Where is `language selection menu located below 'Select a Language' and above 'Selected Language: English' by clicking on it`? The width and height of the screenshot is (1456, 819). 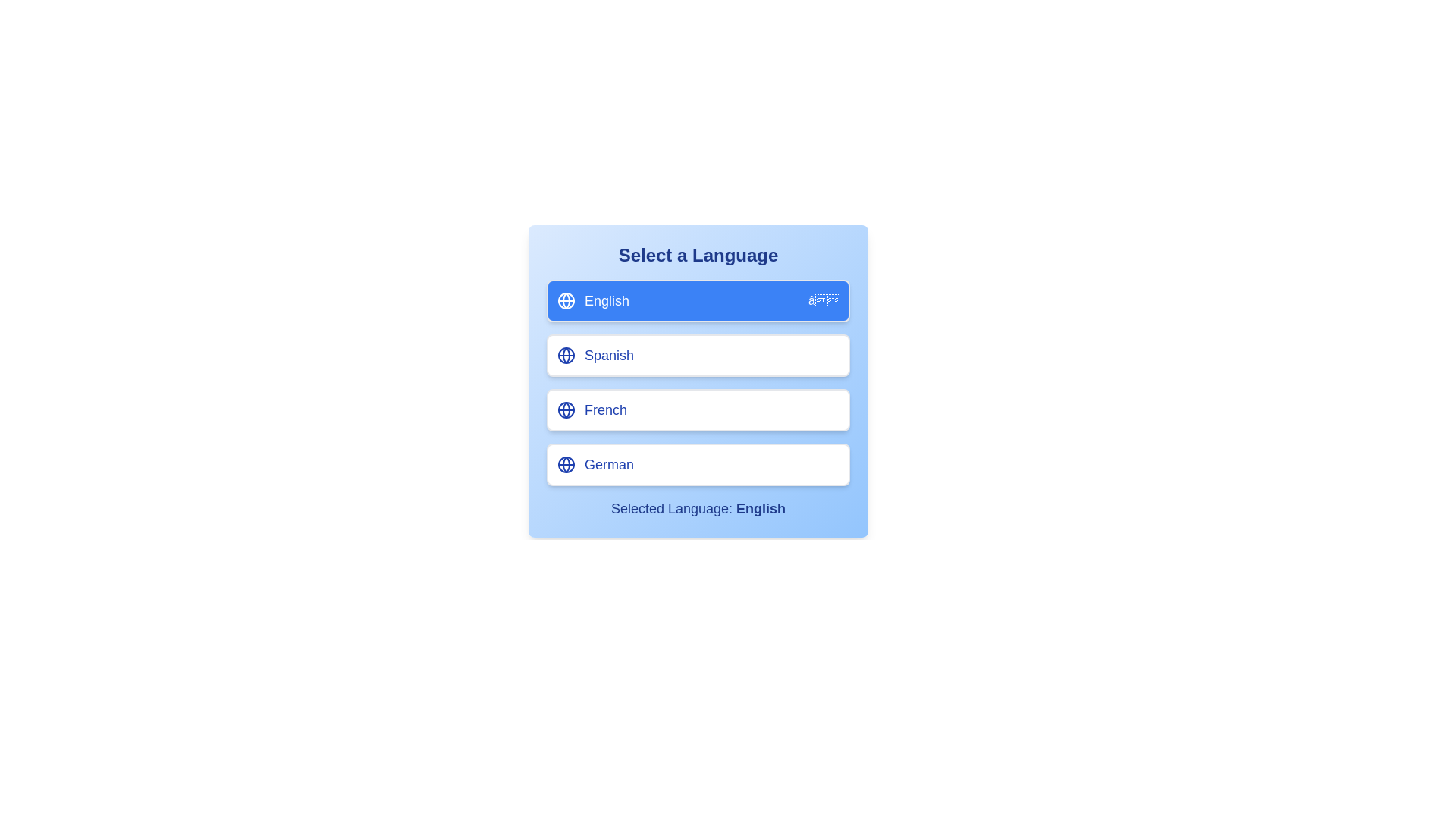
language selection menu located below 'Select a Language' and above 'Selected Language: English' by clicking on it is located at coordinates (698, 382).